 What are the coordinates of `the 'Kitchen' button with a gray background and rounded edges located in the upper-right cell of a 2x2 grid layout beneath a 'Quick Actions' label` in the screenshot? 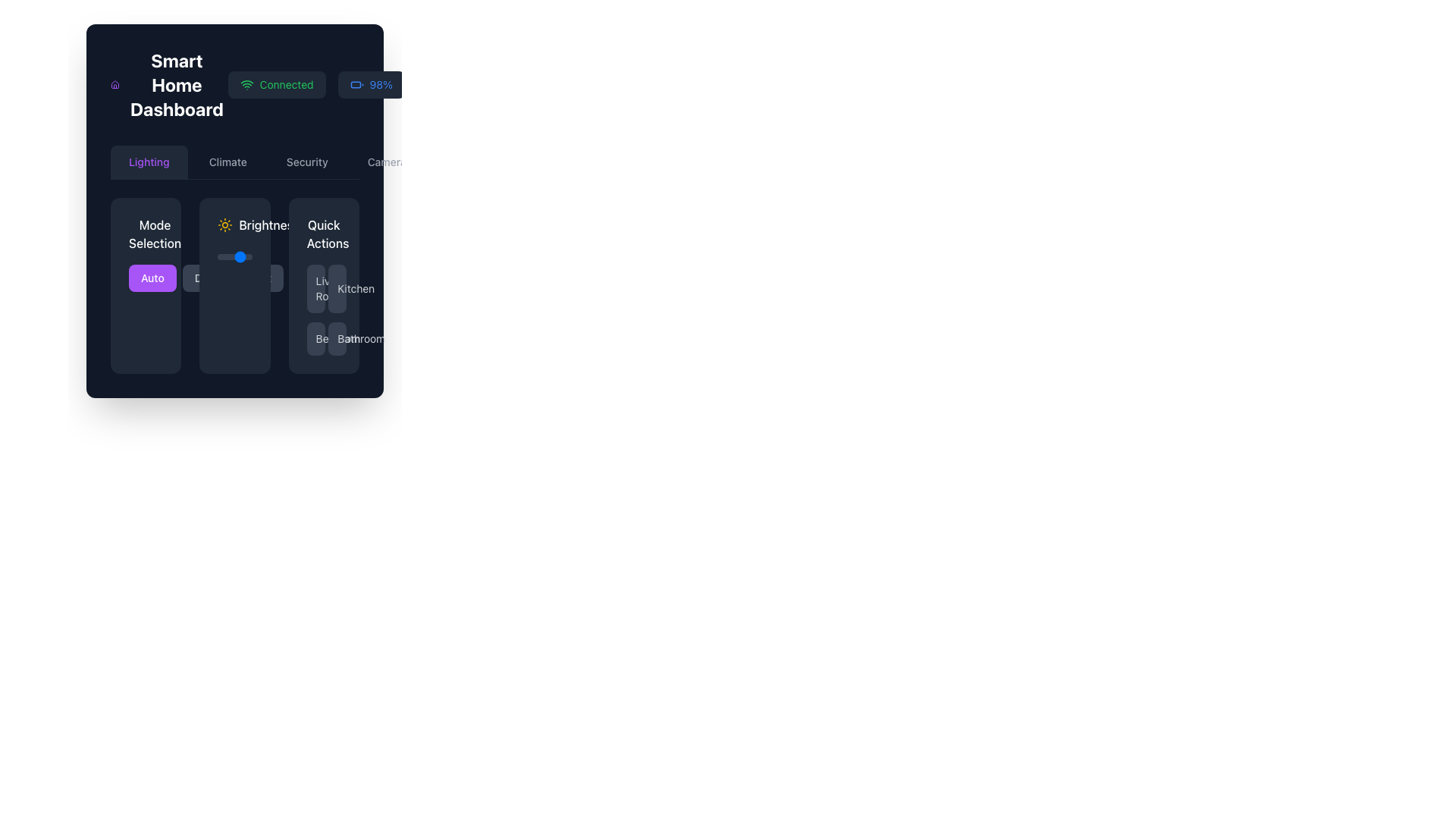 It's located at (337, 289).